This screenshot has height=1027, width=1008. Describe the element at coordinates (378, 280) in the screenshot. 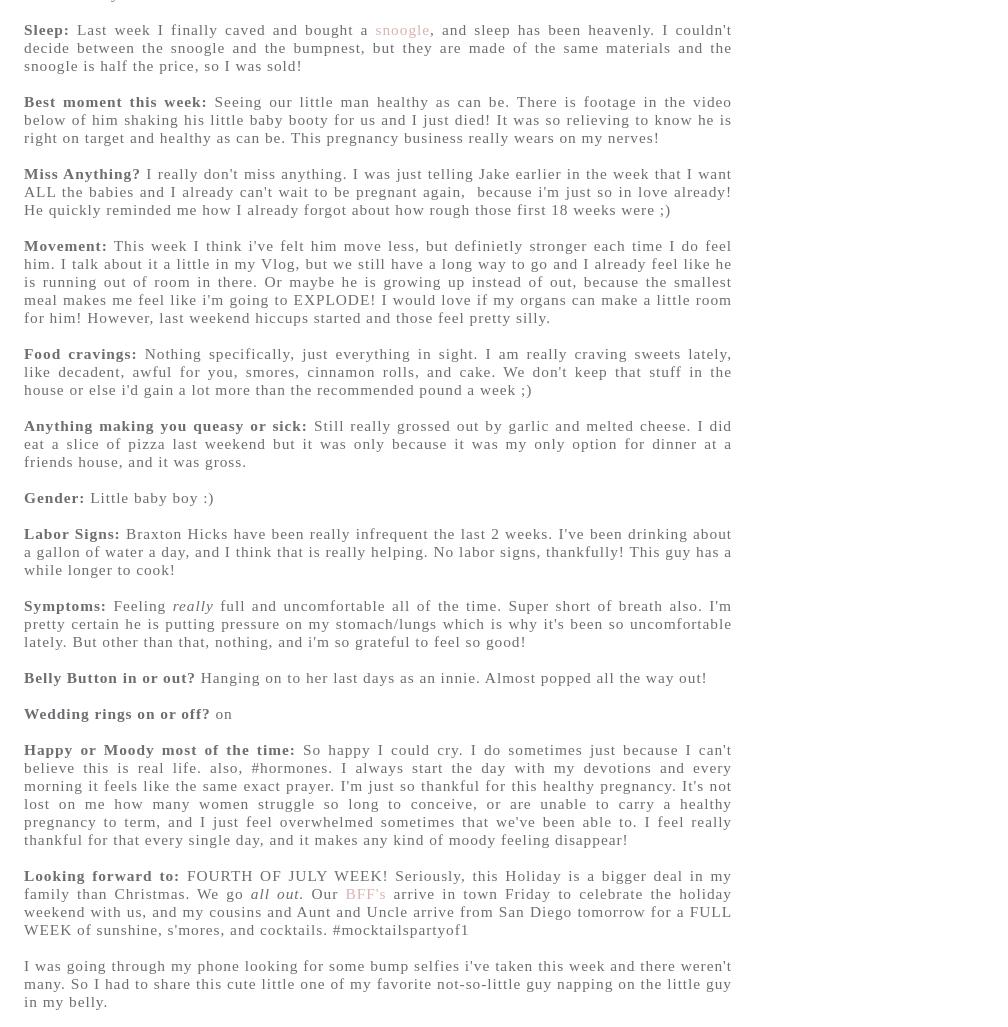

I see `'This week I think i've felt him move less, but definietly stronger each time I do feel him. I talk about it a little in my Vlog, but we still have a long way to go and I already feel like he is running out of room in there. Or maybe he is growing up instead of out, because the smallest meal makes me feel like i'm going to EXPLODE! I would love if my organs can make a little room for him! However, last weekend hiccups started and those feel pretty silly.'` at that location.